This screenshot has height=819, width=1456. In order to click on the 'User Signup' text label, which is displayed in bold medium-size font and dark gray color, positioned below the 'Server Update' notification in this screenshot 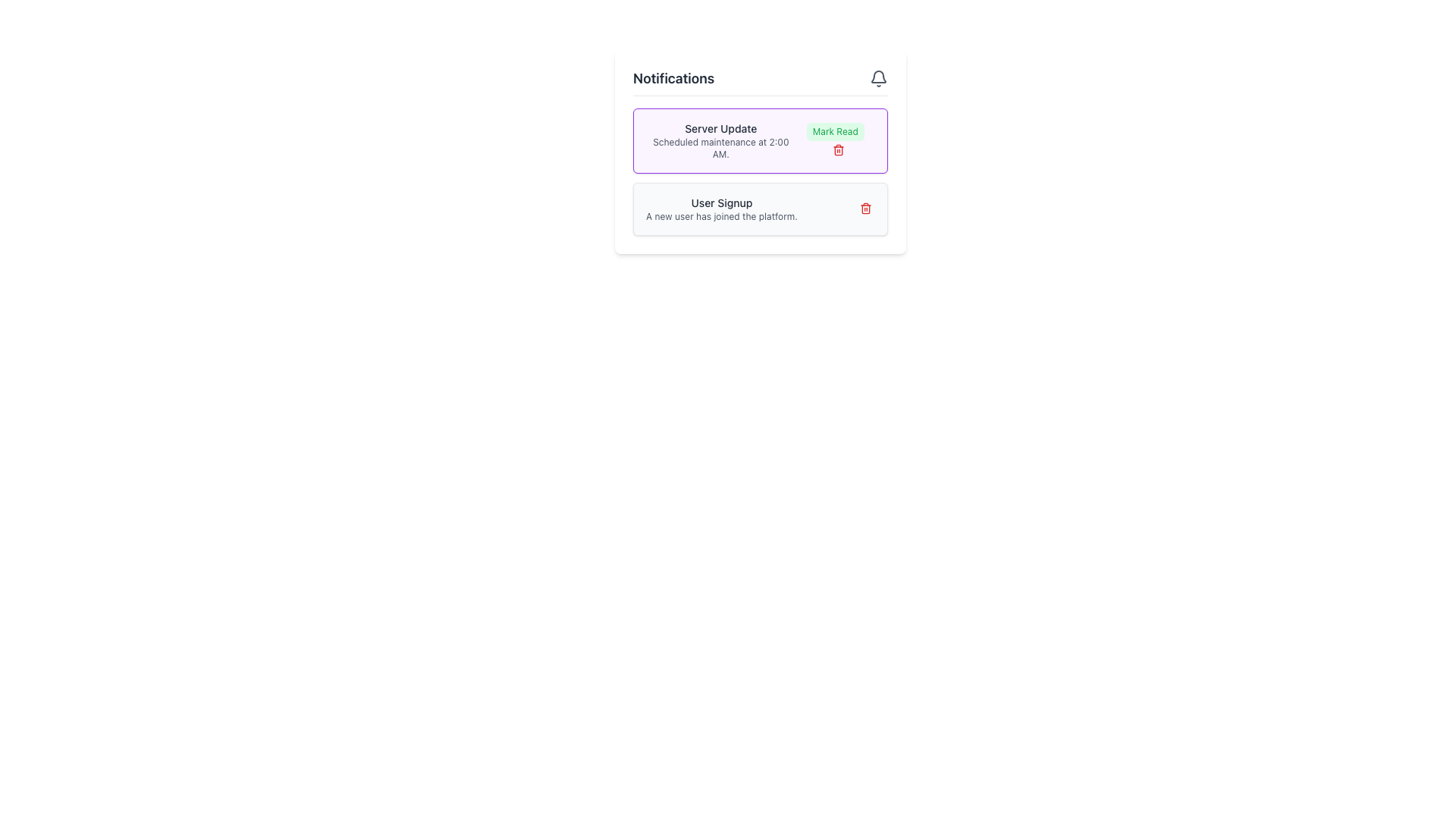, I will do `click(720, 202)`.